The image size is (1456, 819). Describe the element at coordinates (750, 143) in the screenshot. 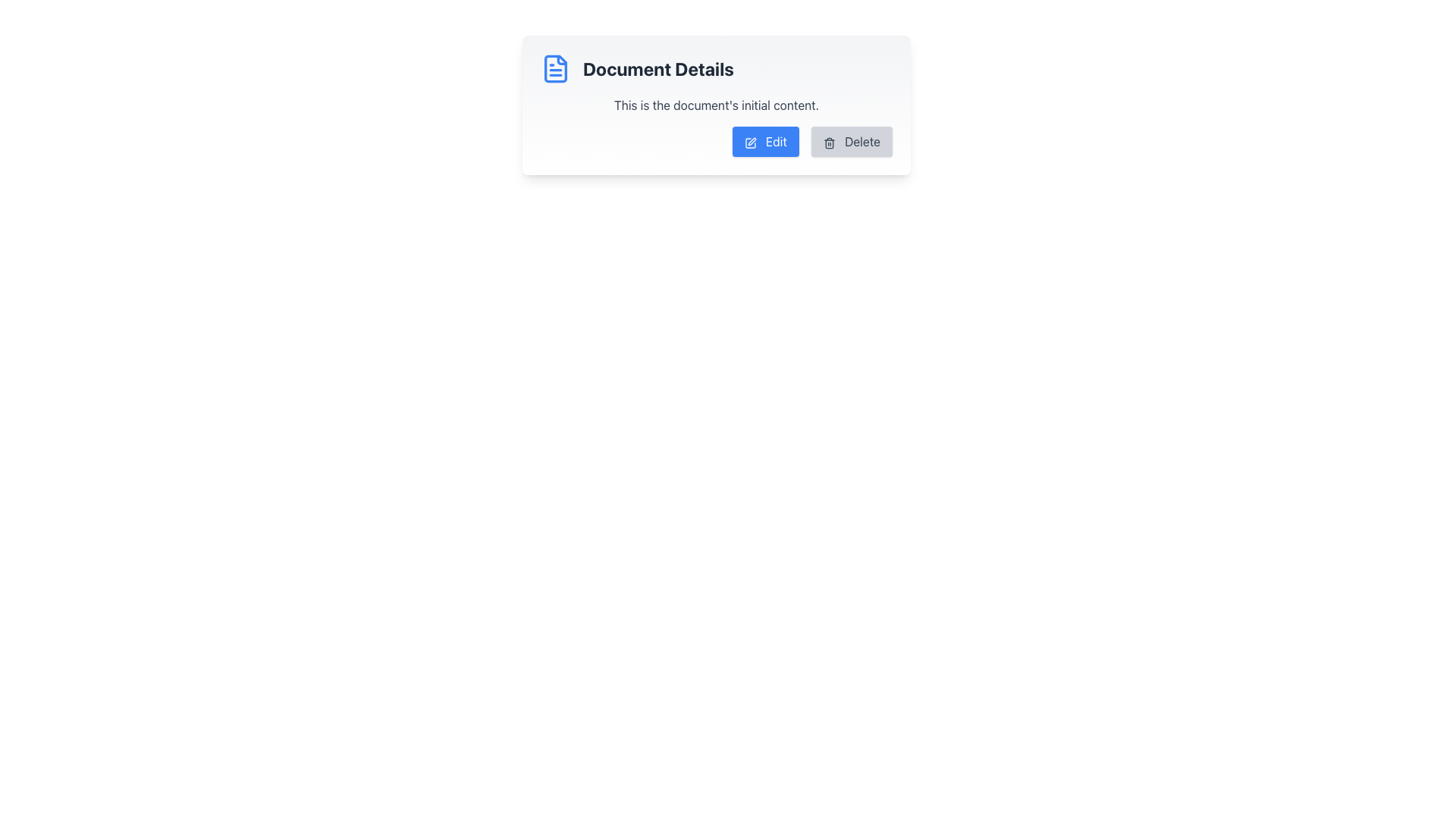

I see `the icon part of the 'Edit' button, which resembles a square shape with a pen-like feature, positioned to the left of the text 'Edit'` at that location.